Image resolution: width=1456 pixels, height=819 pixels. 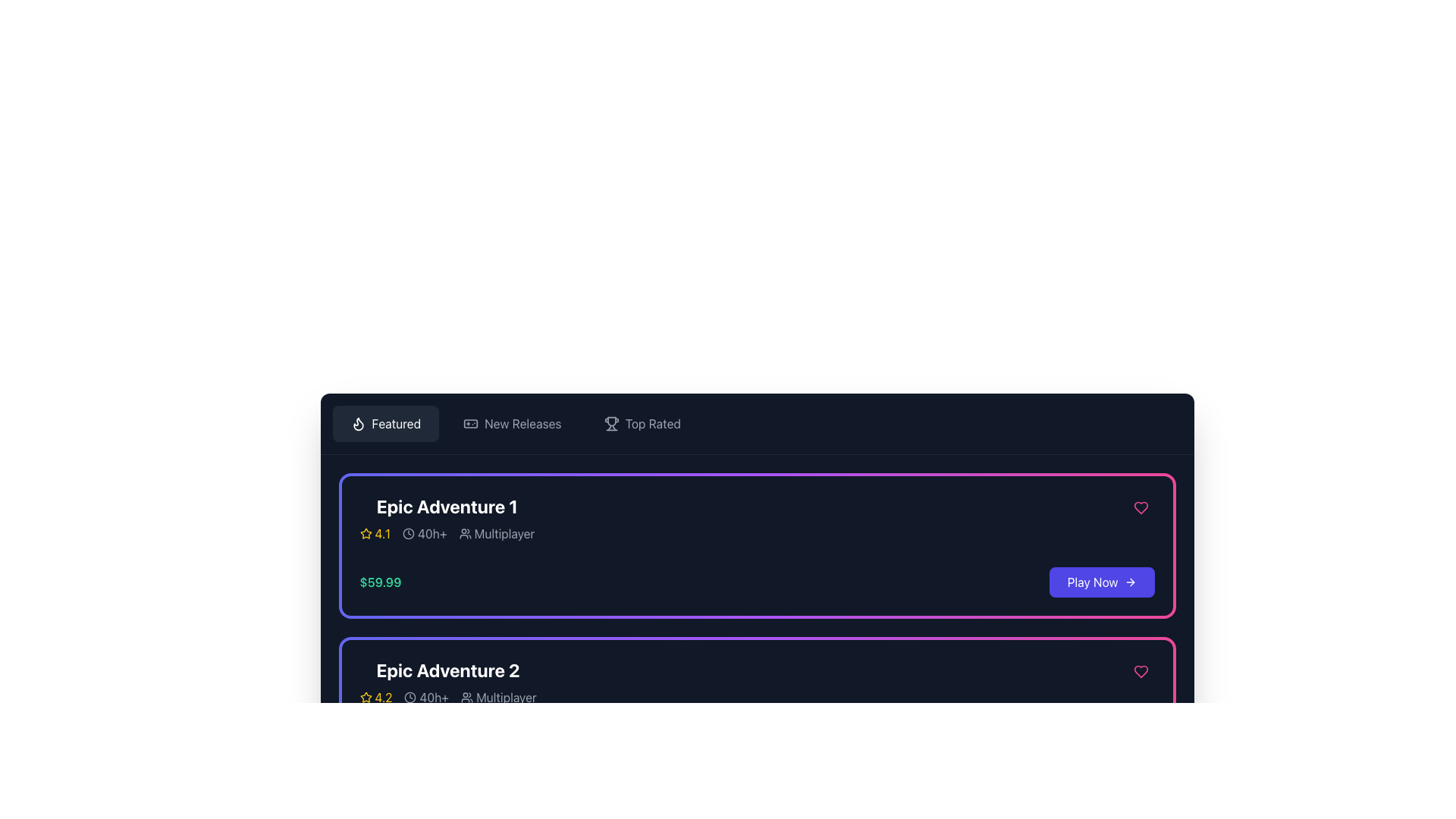 I want to click on the heart-shaped icon button with a pink border located in the top right corner of the card representing 'Epic Adventure 1', so click(x=1141, y=671).